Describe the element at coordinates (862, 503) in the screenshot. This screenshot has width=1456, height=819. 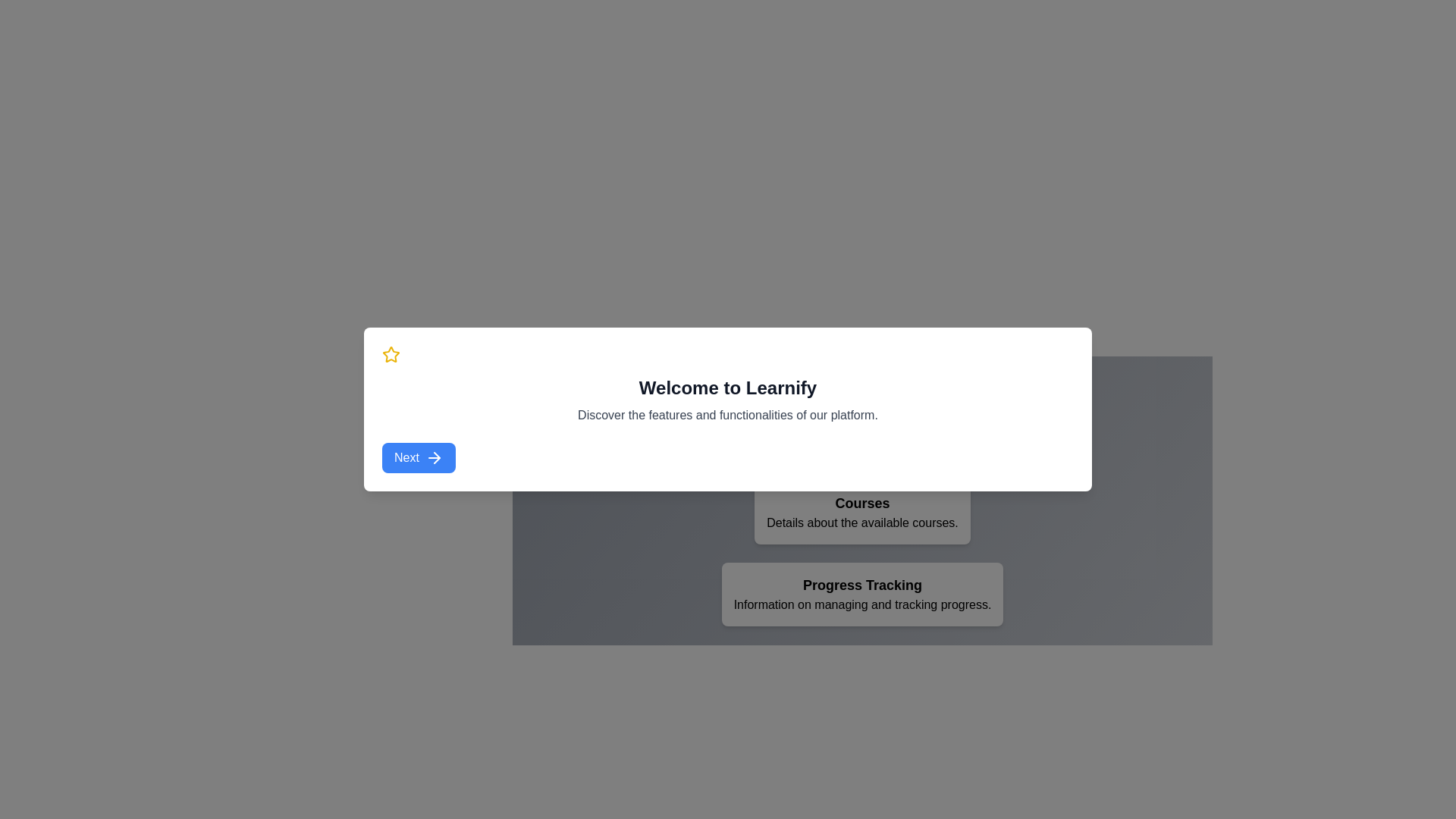
I see `text label located at the center of a white card with rounded corners, positioned above another text line within the card that provides details about available courses` at that location.